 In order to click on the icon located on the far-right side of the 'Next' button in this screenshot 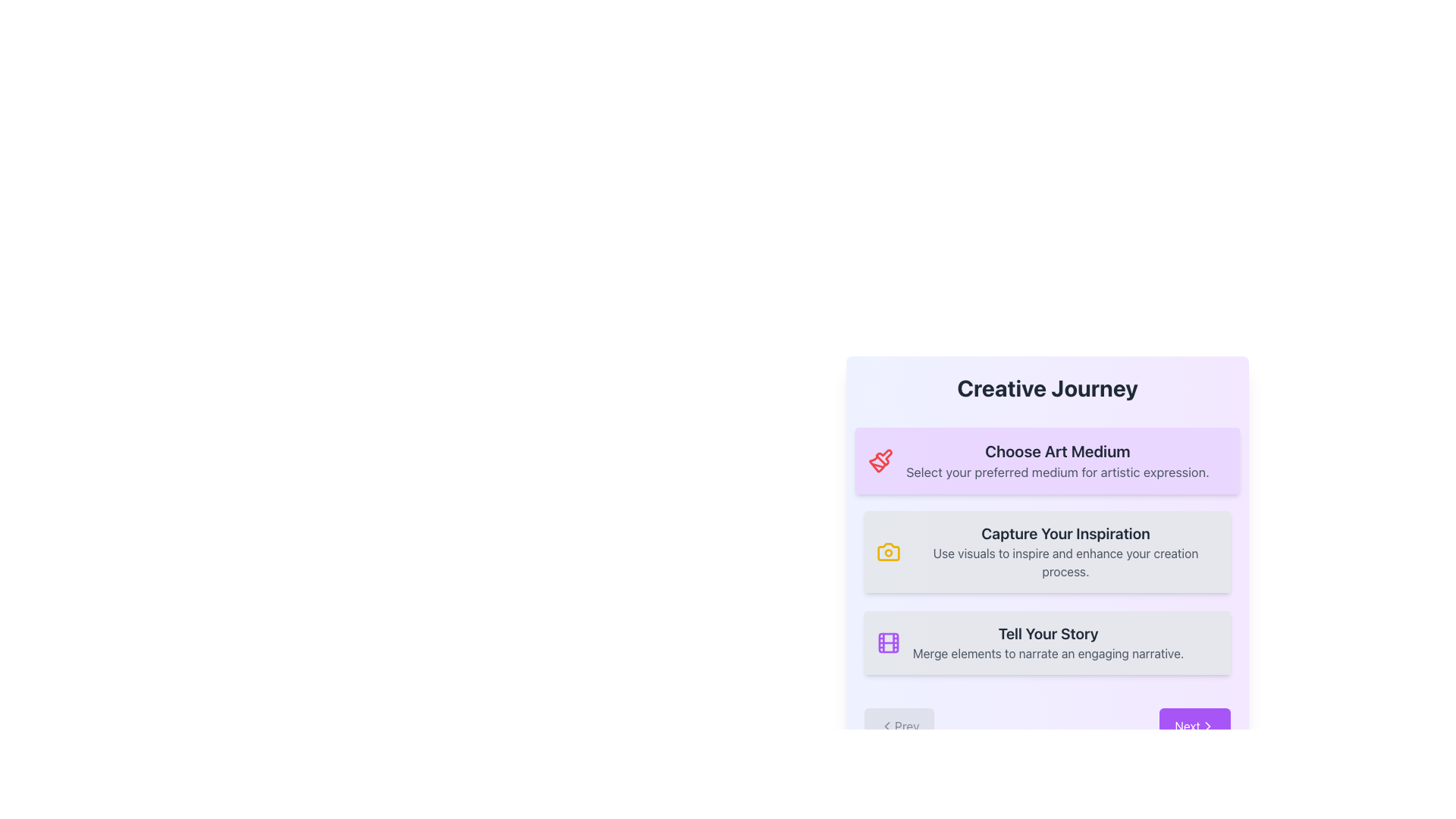, I will do `click(1207, 725)`.